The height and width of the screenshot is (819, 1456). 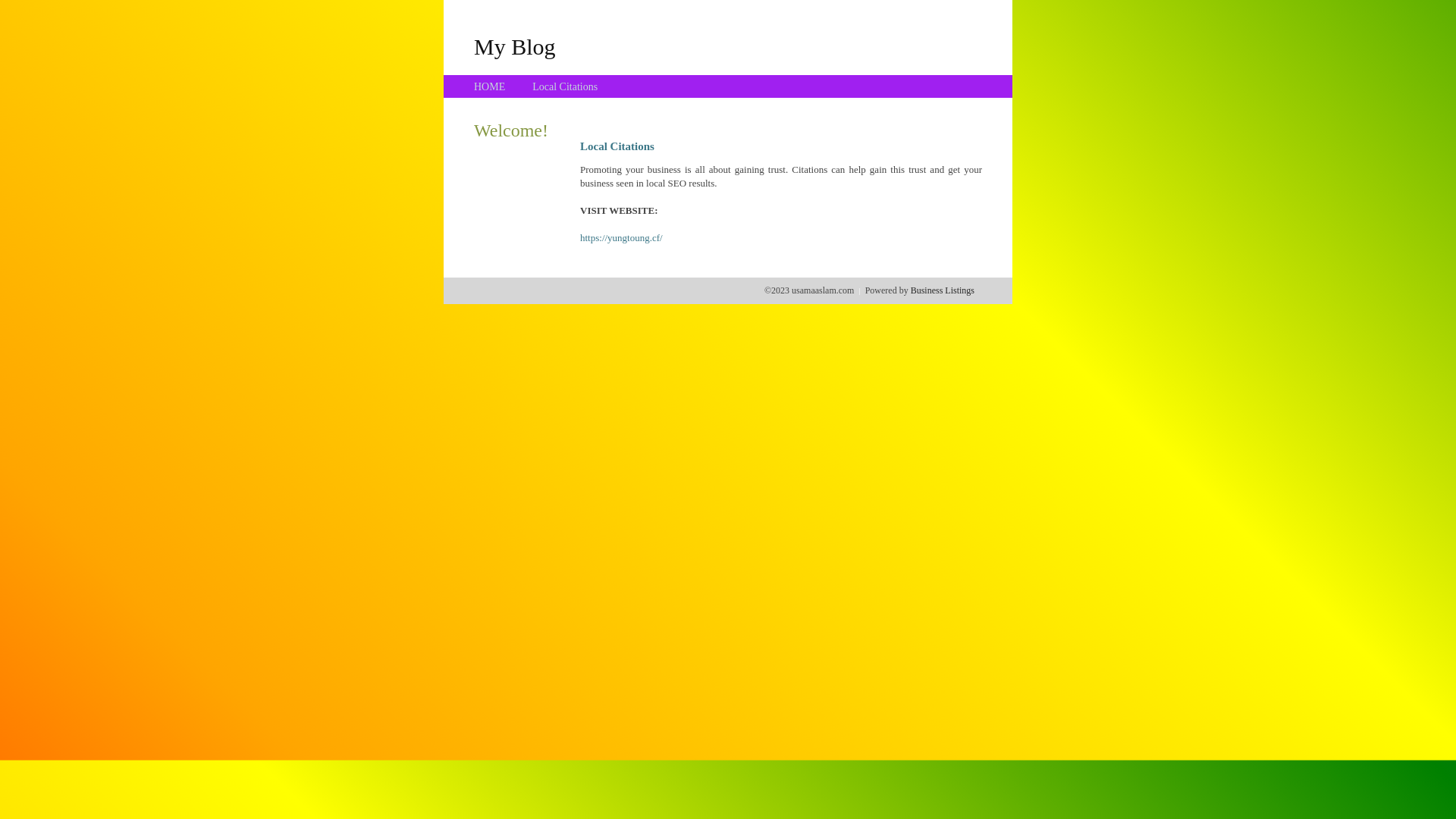 I want to click on 'HOME', so click(x=489, y=86).